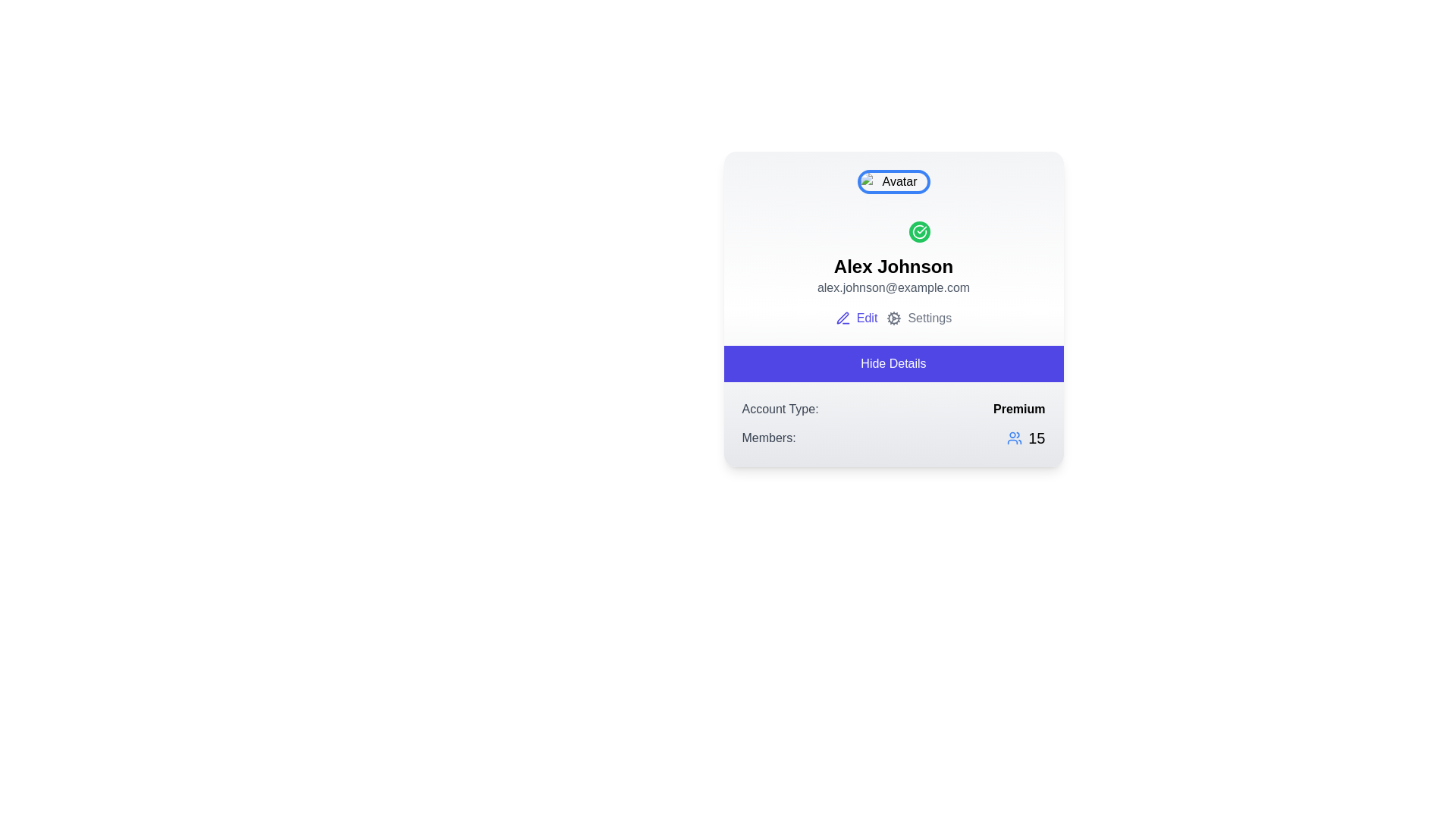 The width and height of the screenshot is (1456, 819). I want to click on the profile avatar placeholder with badge located above the name 'Alex Johnson', so click(893, 206).